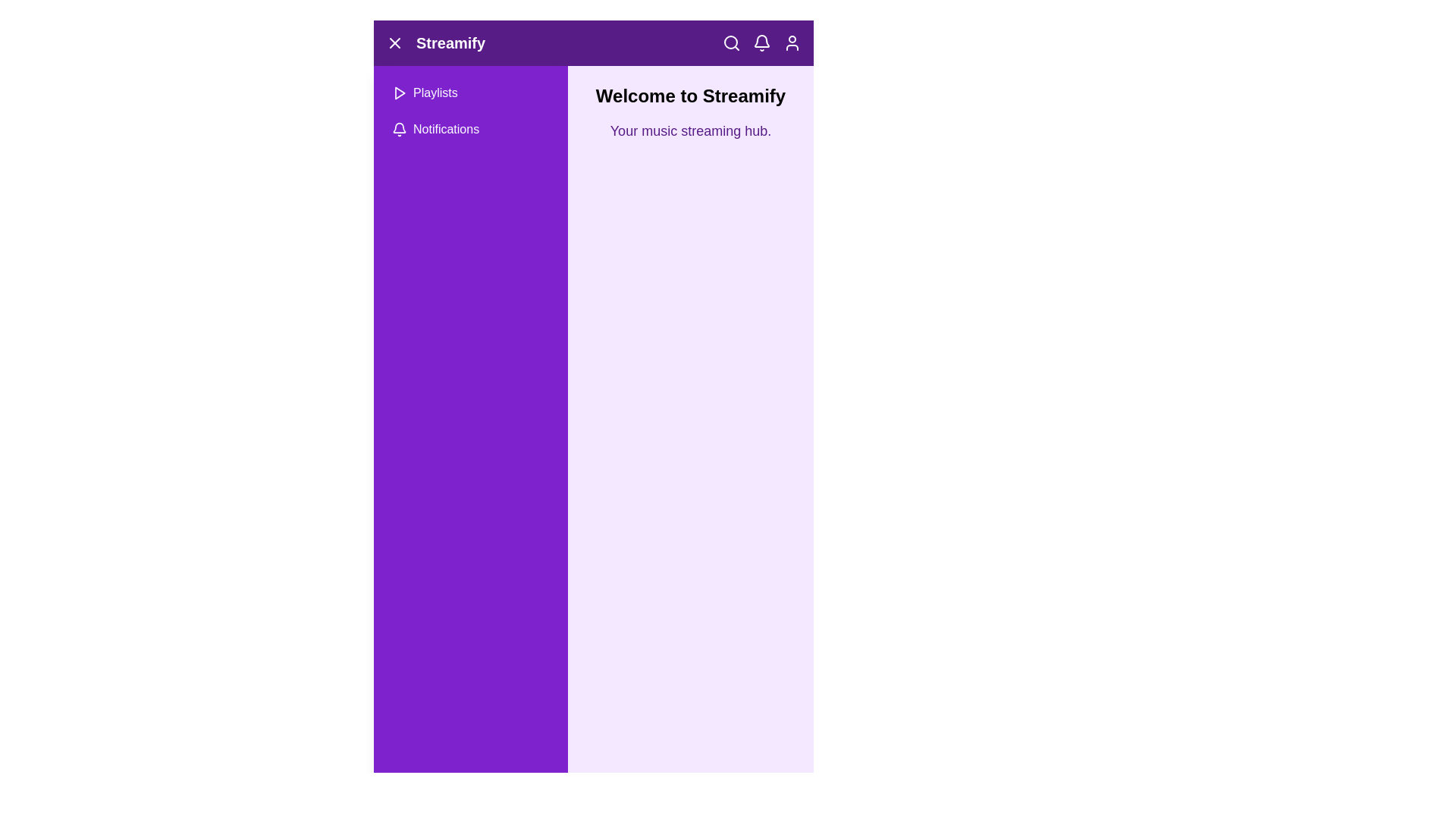 The height and width of the screenshot is (819, 1456). Describe the element at coordinates (690, 130) in the screenshot. I see `static informational text located below the introductory title 'Welcome to Streamify' in the lavender section of the interface` at that location.